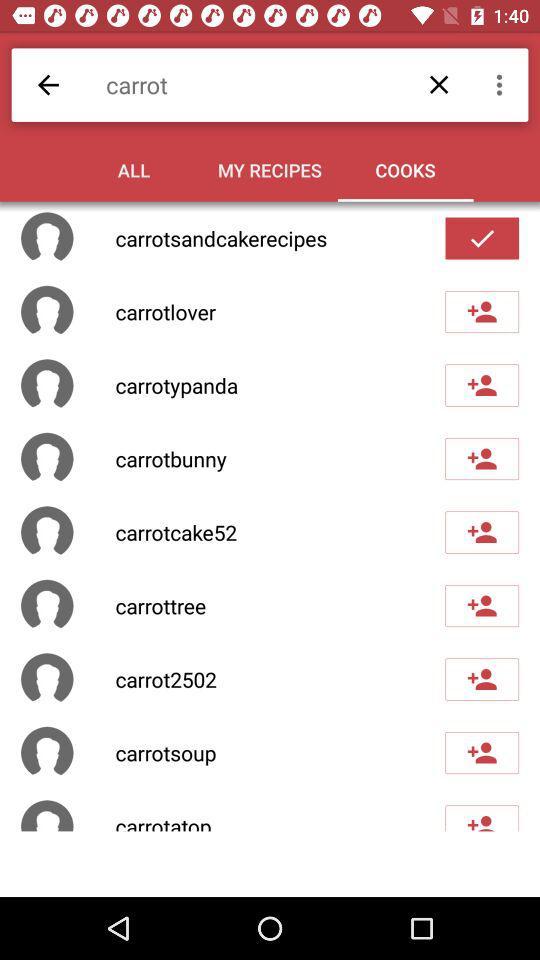  What do you see at coordinates (47, 752) in the screenshot?
I see `the last second box which is right side of the carrotsoup` at bounding box center [47, 752].